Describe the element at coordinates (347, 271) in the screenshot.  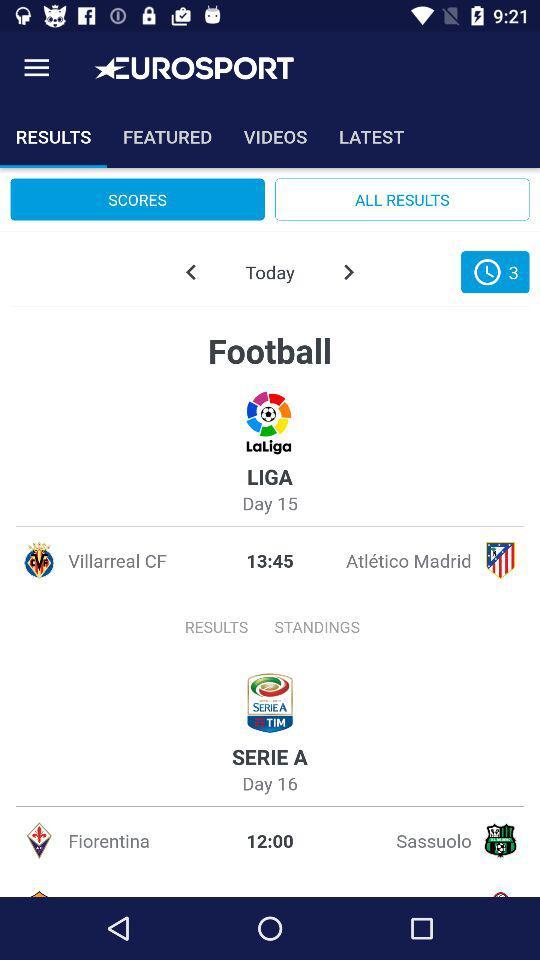
I see `next day` at that location.